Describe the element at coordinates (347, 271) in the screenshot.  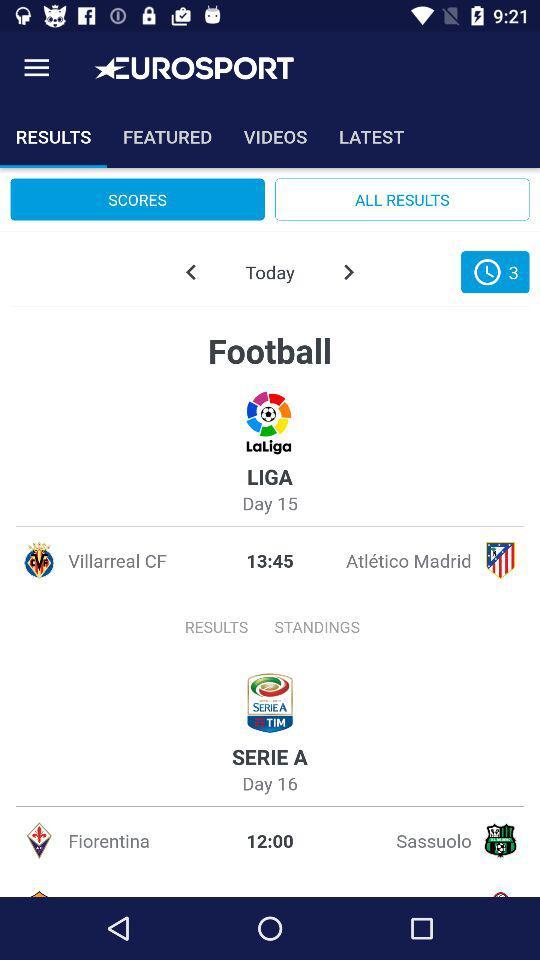
I see `next day` at that location.